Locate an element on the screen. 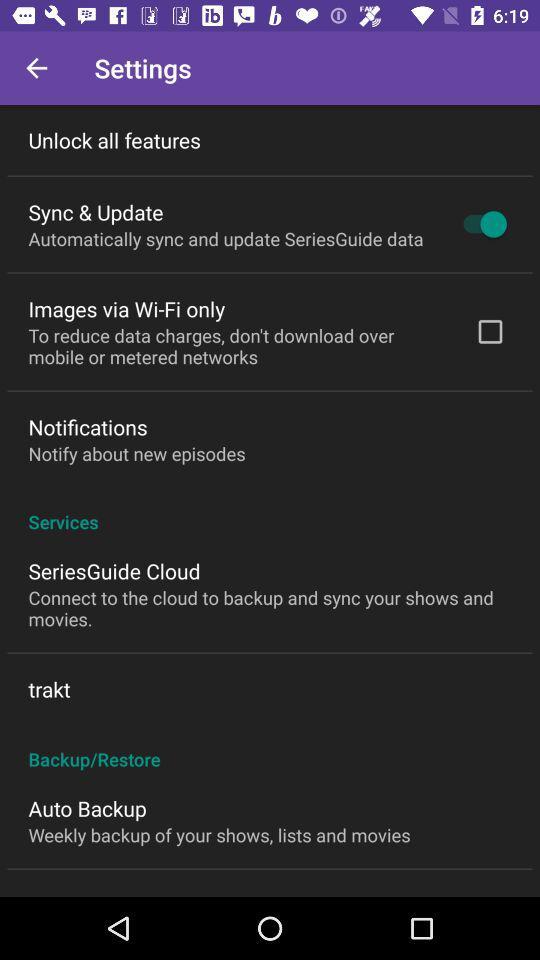  the item at the top right corner is located at coordinates (479, 224).